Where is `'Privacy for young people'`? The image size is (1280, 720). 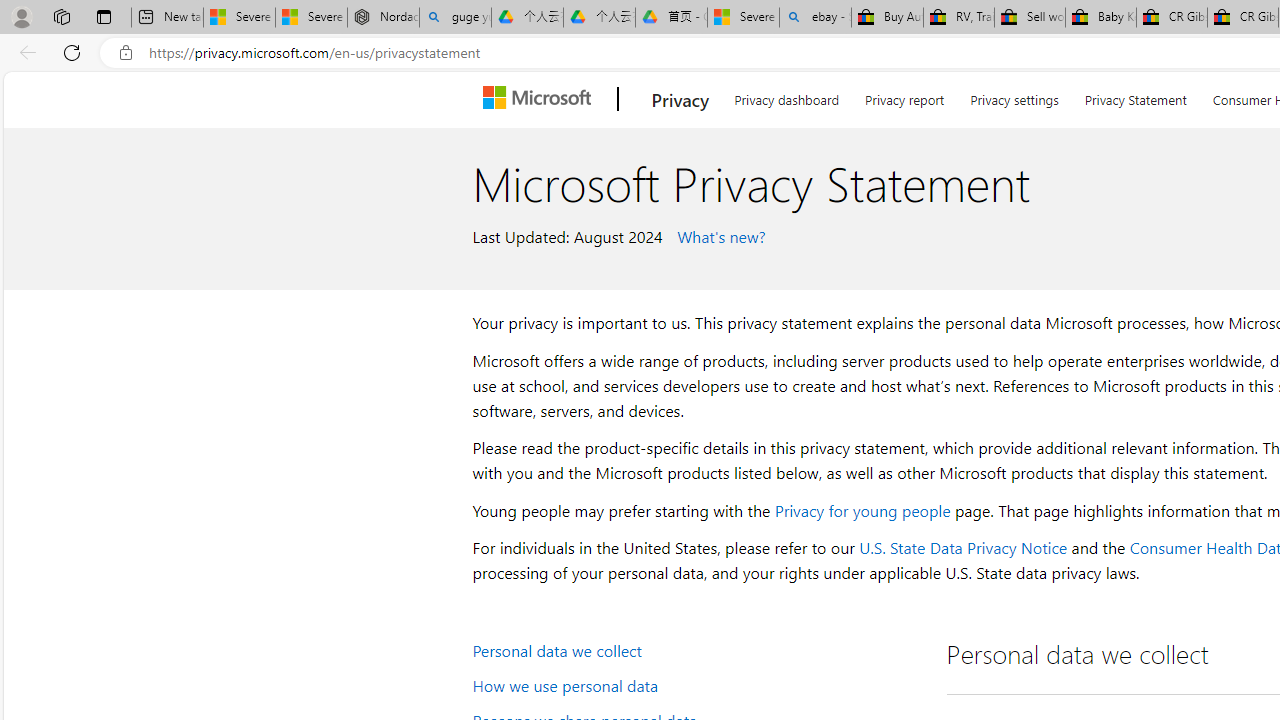 'Privacy for young people' is located at coordinates (862, 509).